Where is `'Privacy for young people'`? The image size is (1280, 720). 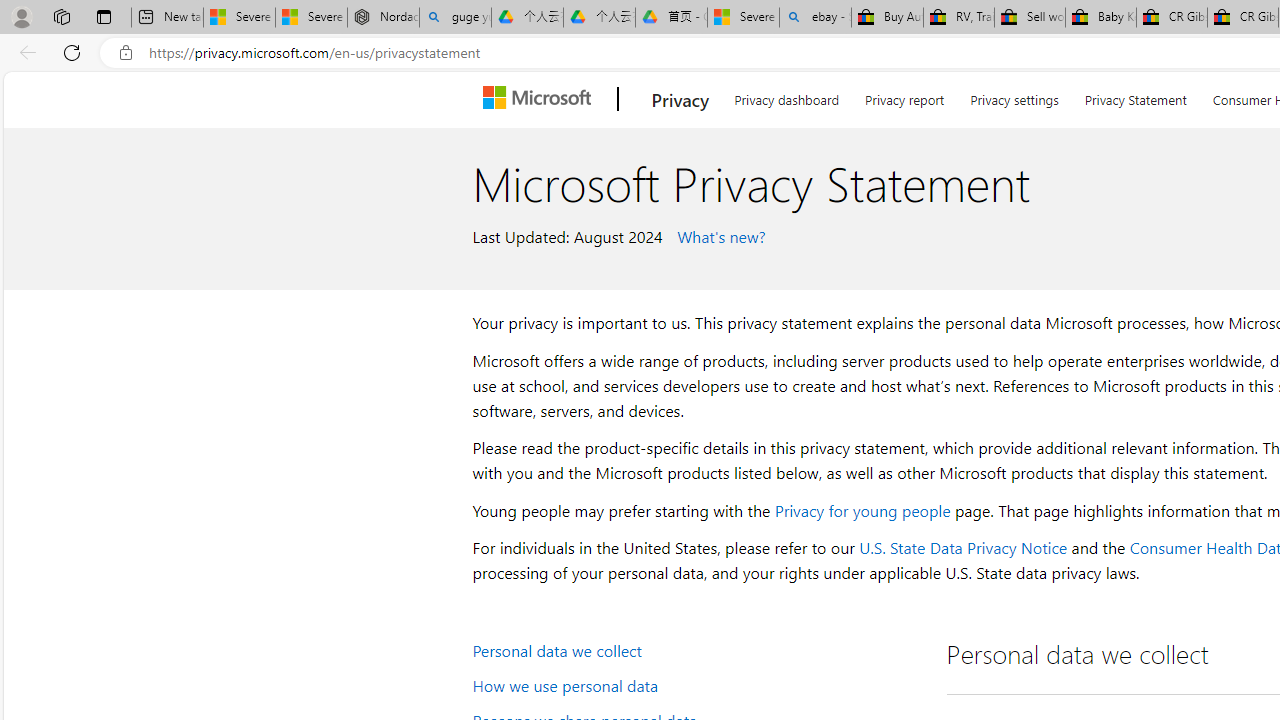 'Privacy for young people' is located at coordinates (862, 509).